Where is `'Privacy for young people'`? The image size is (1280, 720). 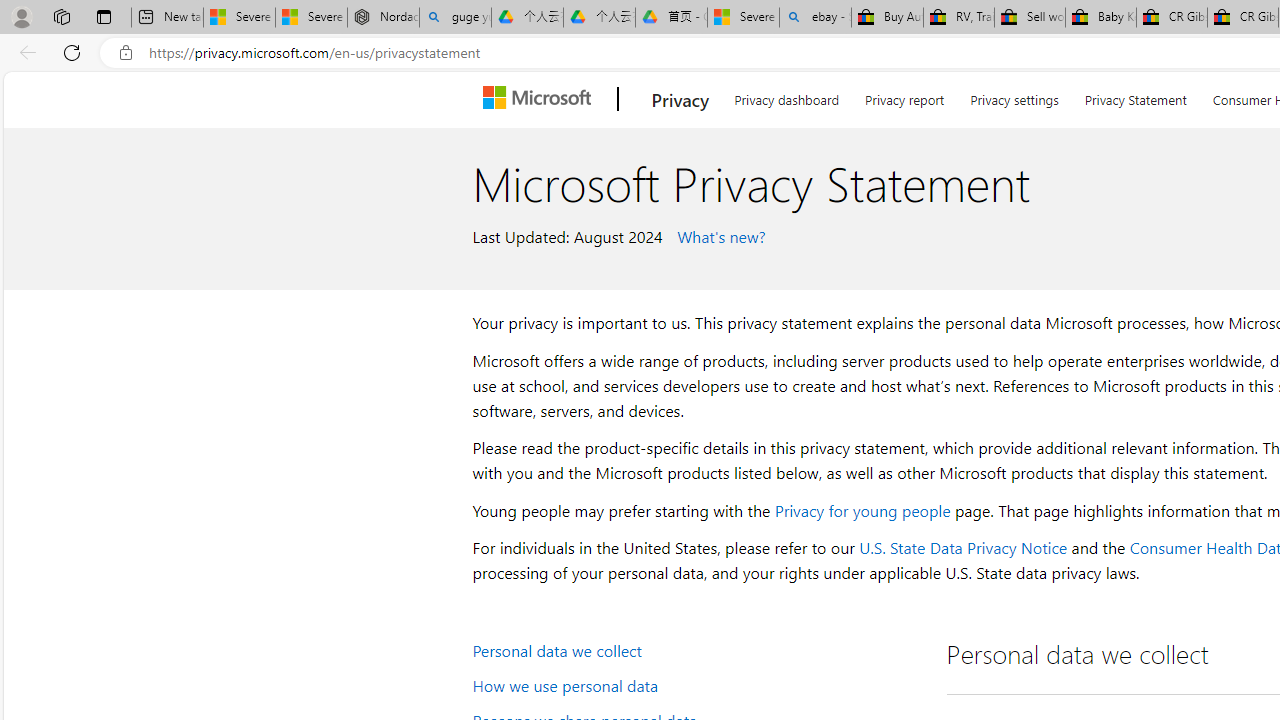 'Privacy for young people' is located at coordinates (862, 509).